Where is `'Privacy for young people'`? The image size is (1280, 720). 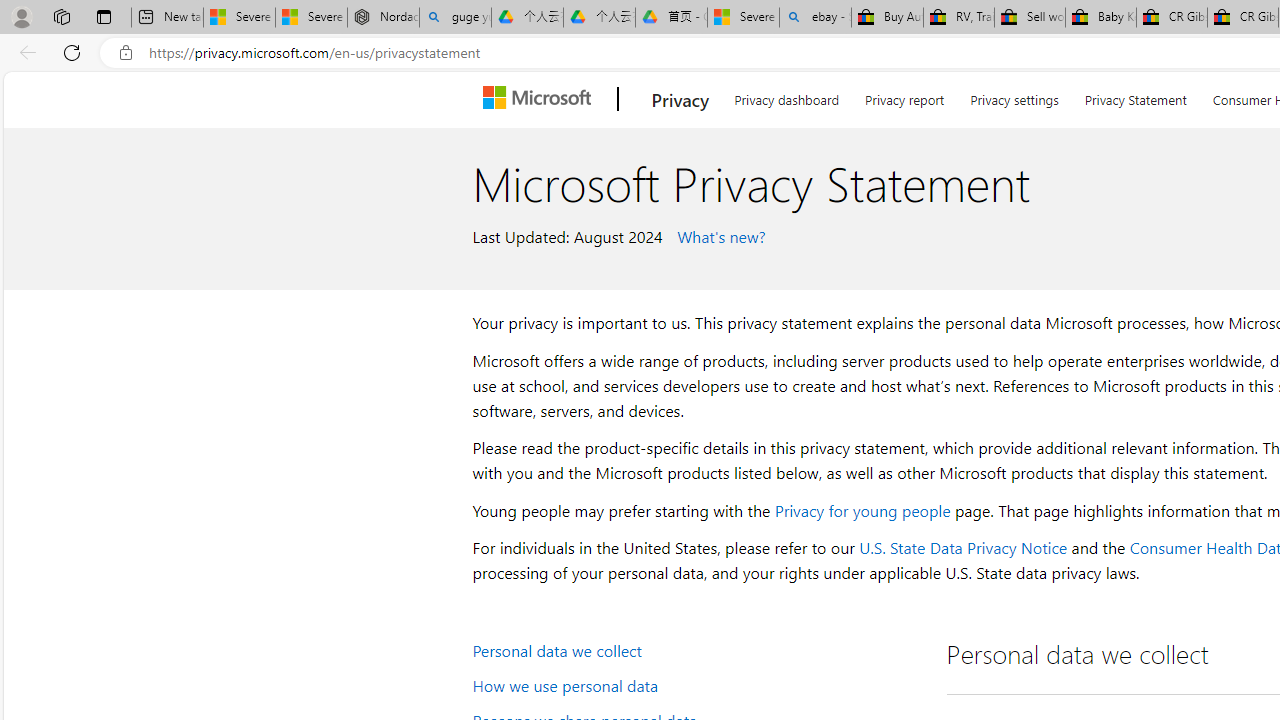 'Privacy for young people' is located at coordinates (862, 509).